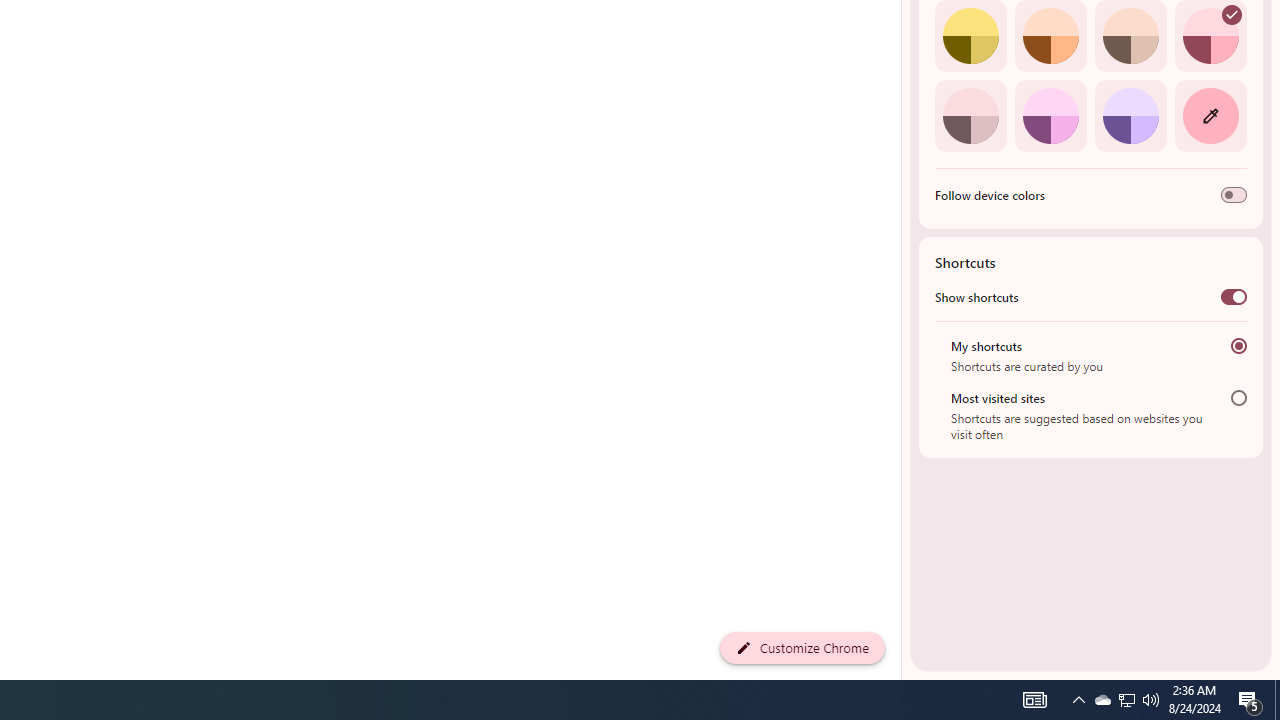  Describe the element at coordinates (1209, 115) in the screenshot. I see `'Custom color'` at that location.